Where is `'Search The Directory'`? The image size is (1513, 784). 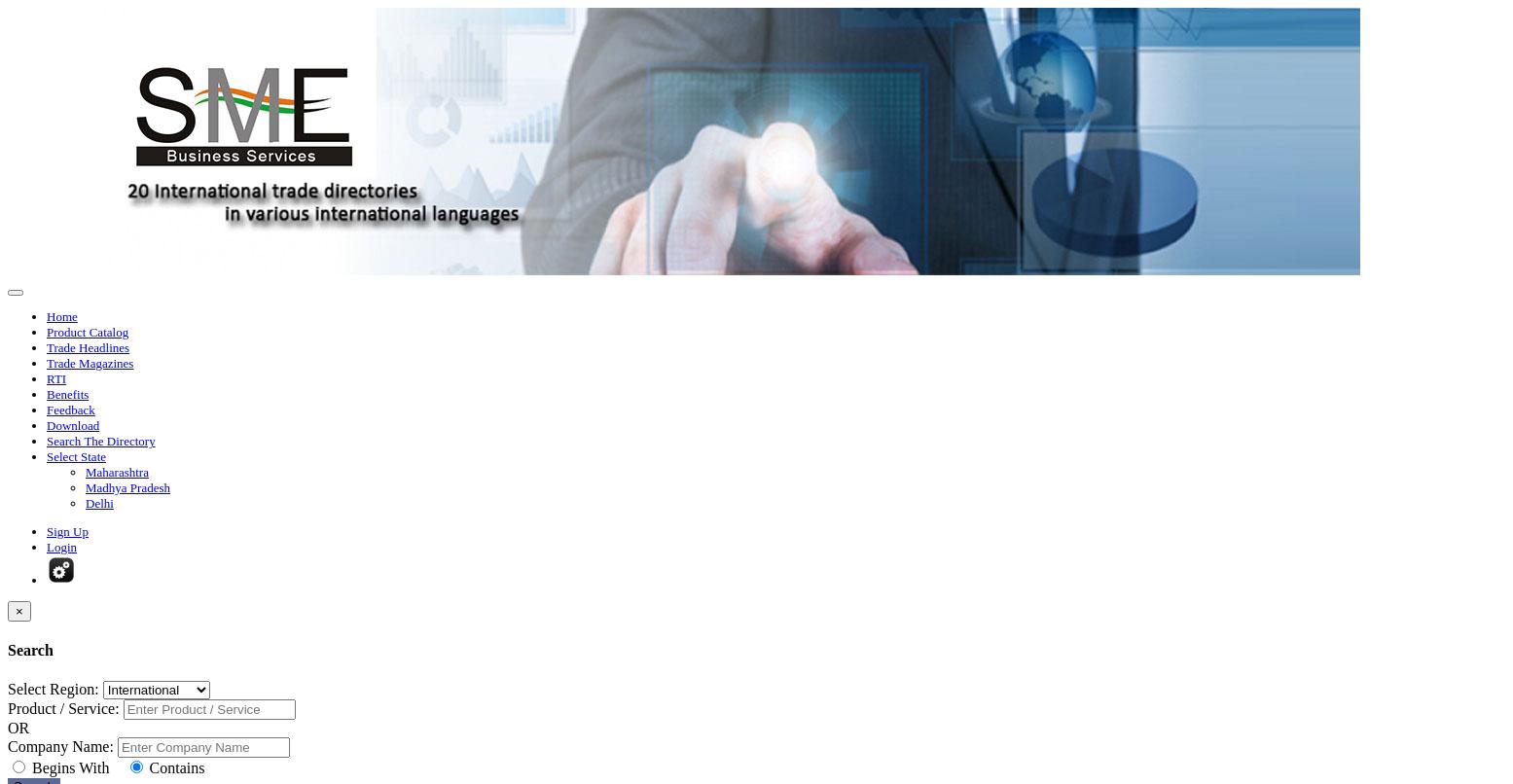 'Search The Directory' is located at coordinates (99, 441).